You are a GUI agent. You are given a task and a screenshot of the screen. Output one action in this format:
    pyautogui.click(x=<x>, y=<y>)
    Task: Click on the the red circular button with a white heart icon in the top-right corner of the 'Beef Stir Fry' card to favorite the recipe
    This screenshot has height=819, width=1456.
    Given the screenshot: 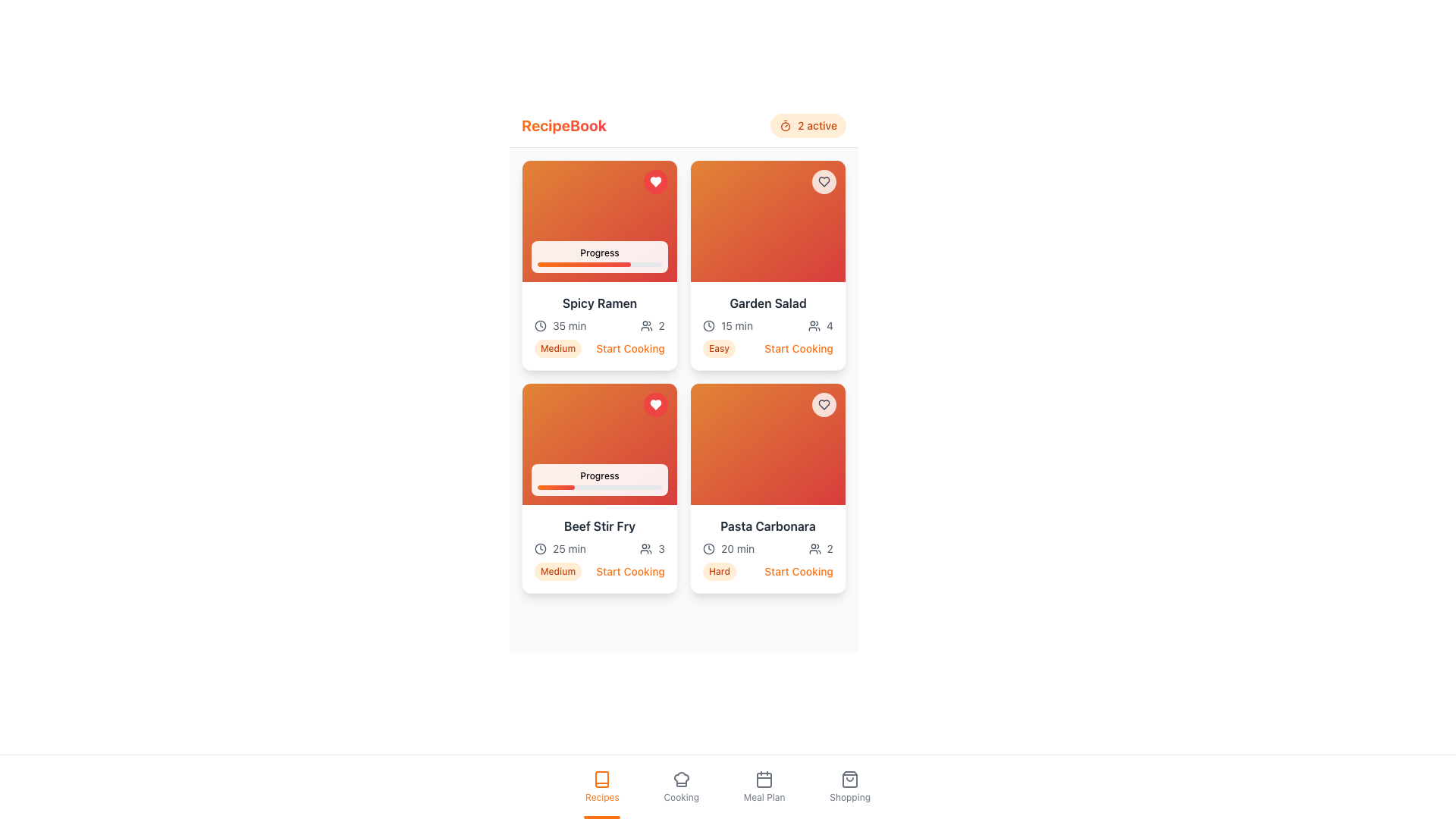 What is the action you would take?
    pyautogui.click(x=655, y=403)
    